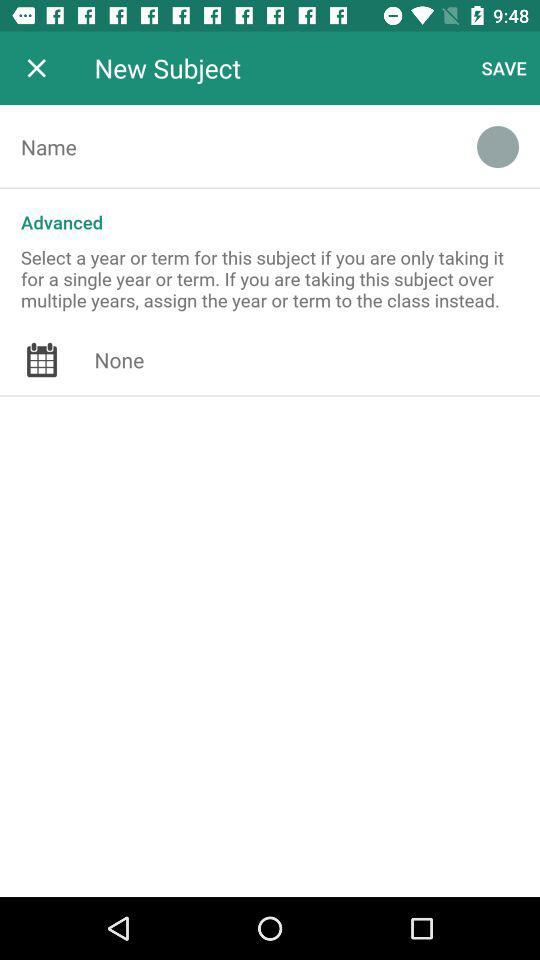 The width and height of the screenshot is (540, 960). I want to click on term name, so click(226, 145).